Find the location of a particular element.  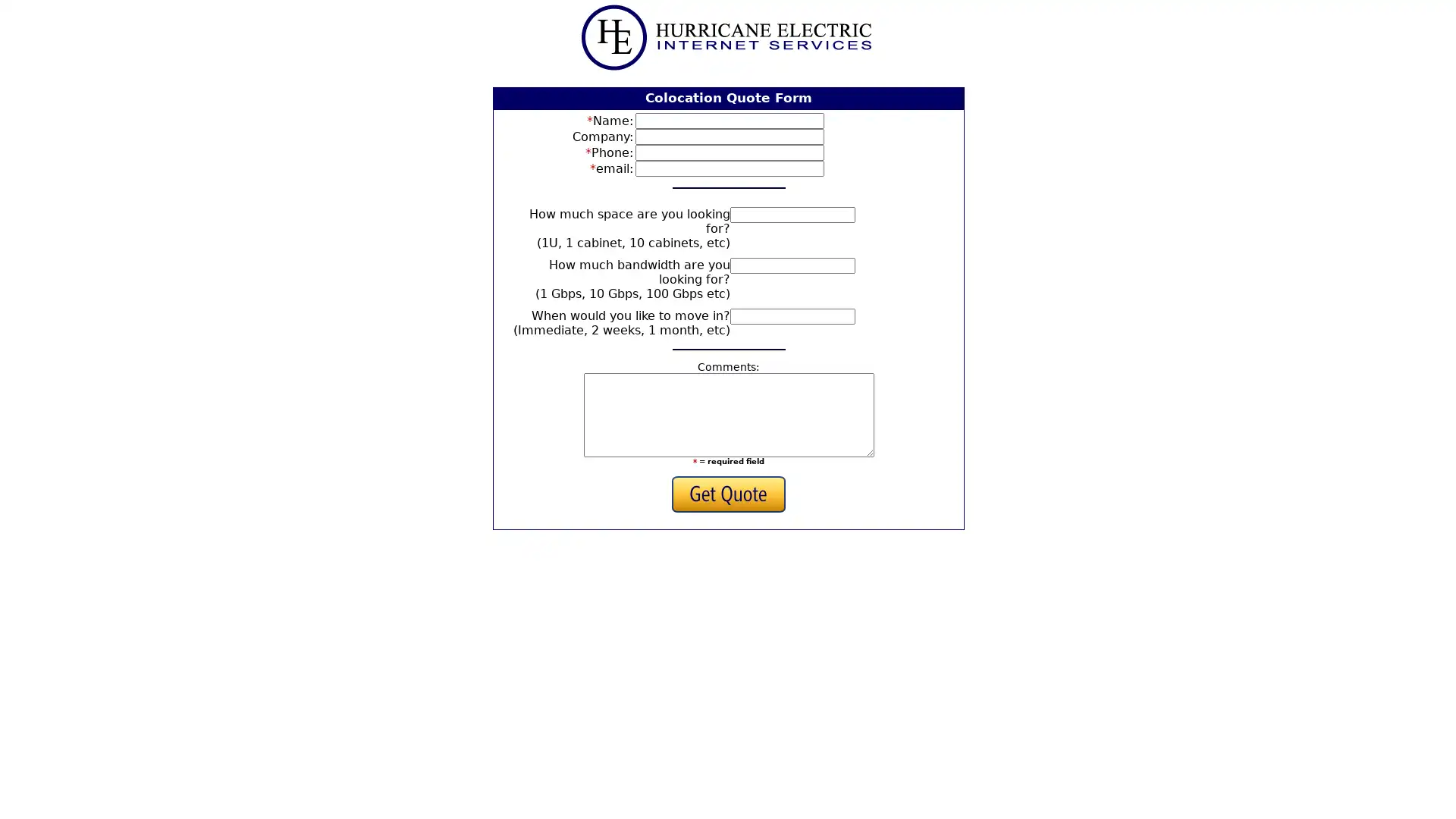

Get Quote is located at coordinates (728, 494).